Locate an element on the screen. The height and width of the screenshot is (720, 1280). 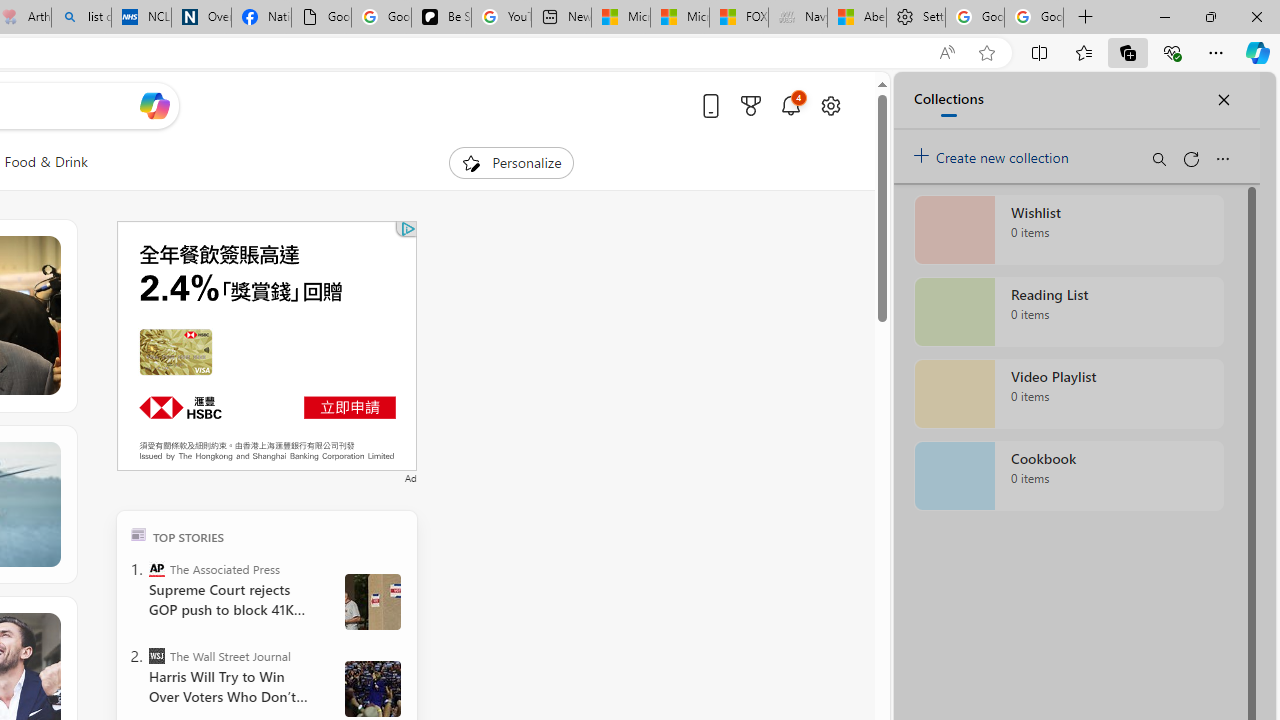
'Be Smart | creating Science videos | Patreon' is located at coordinates (440, 17).